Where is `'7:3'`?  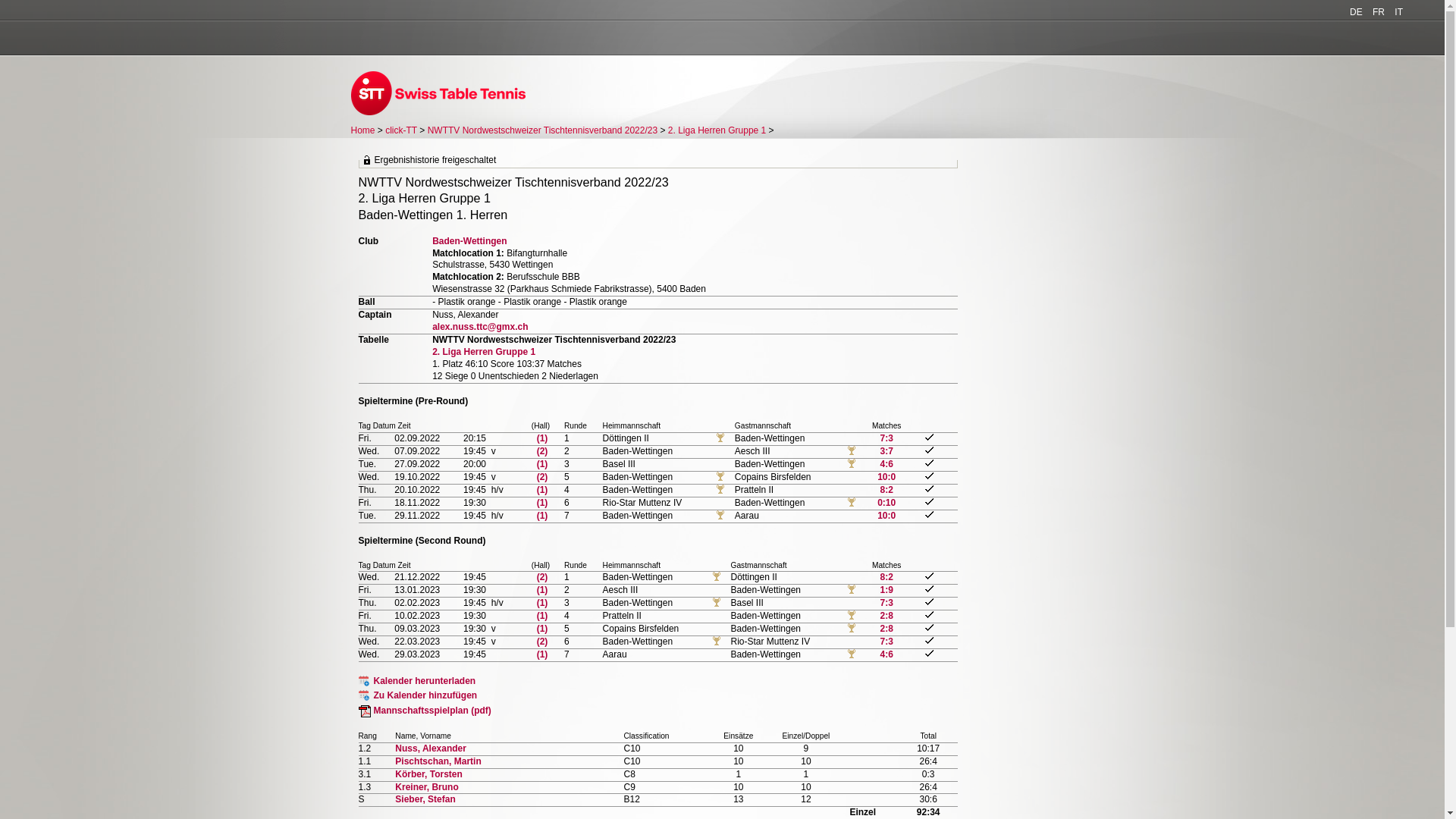 '7:3' is located at coordinates (886, 641).